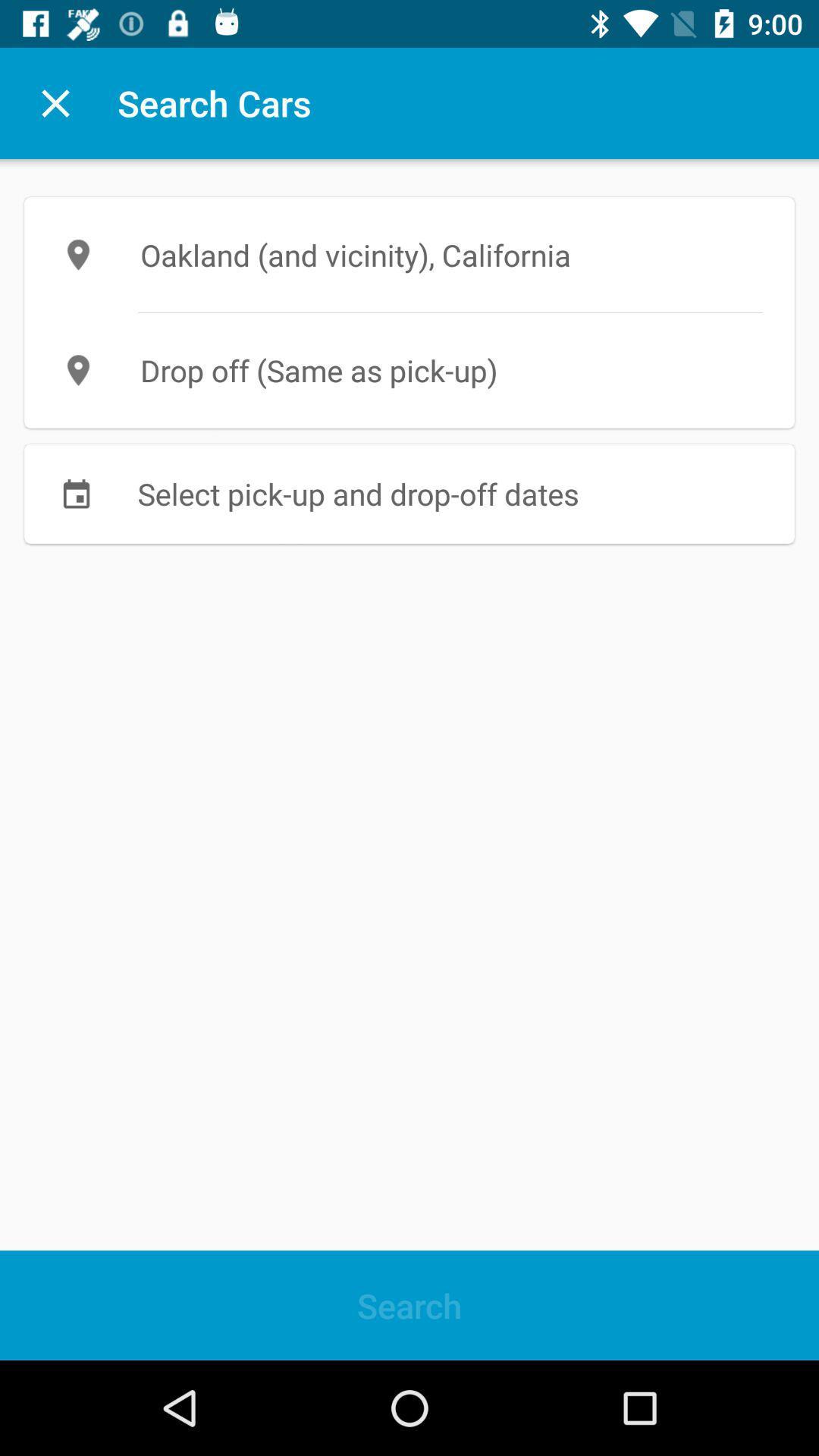  I want to click on icon to the left of the search cars icon, so click(55, 102).